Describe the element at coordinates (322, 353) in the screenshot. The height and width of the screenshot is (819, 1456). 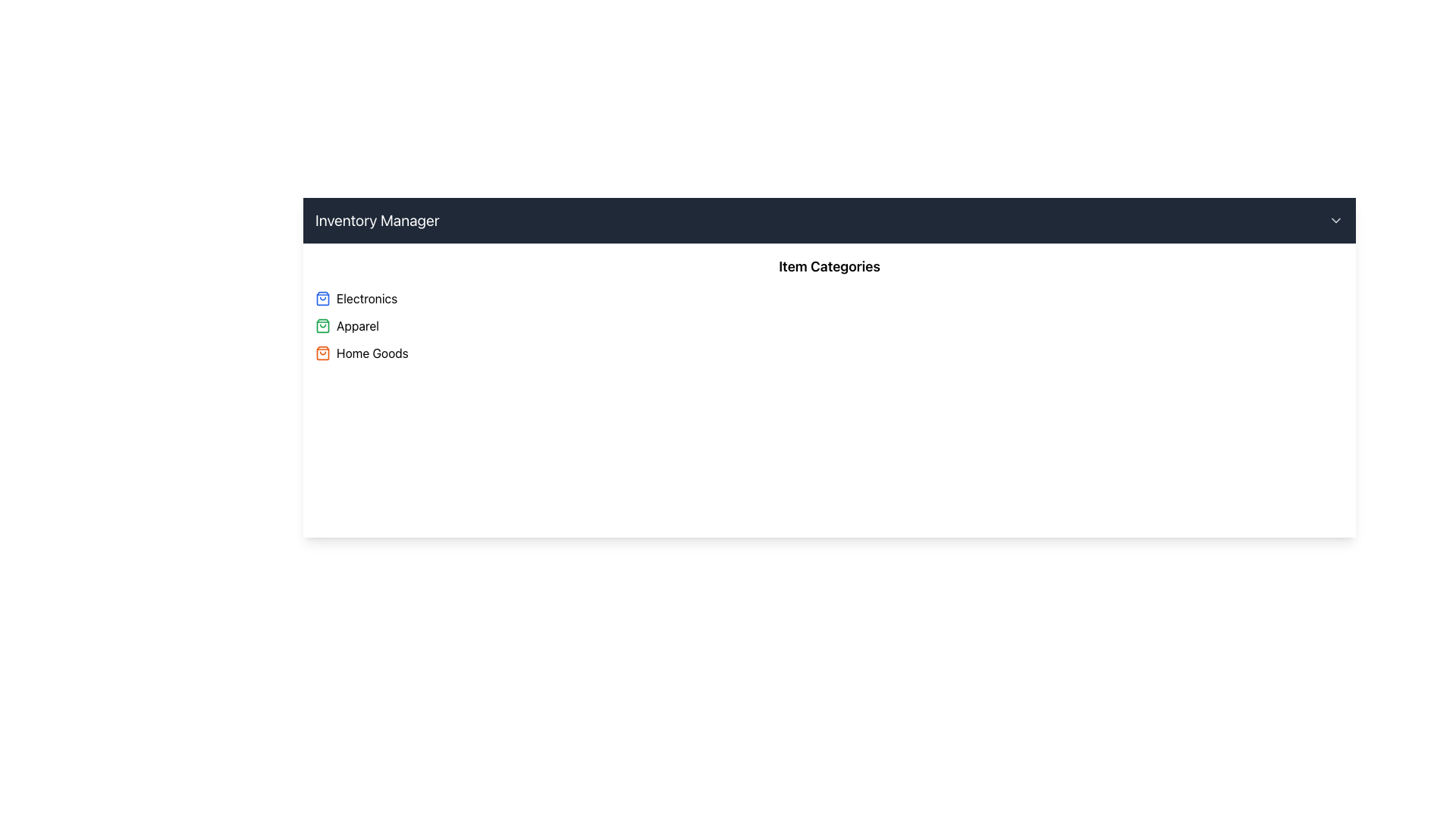
I see `the orange shopping bag icon located to the left of the 'Home Goods' text, which is part of the third item in the vertical list under 'Item Categories'` at that location.